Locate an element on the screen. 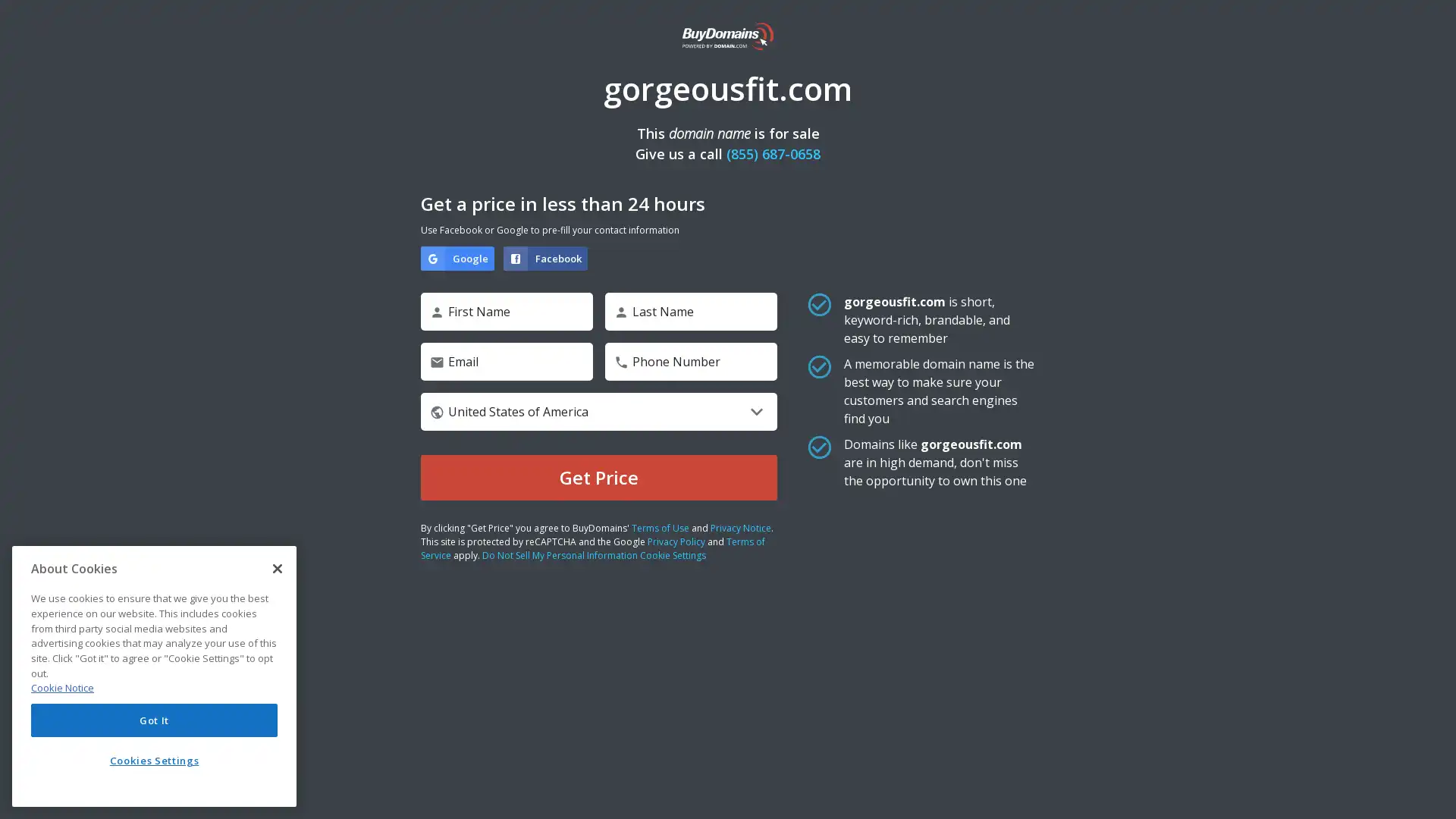 This screenshot has width=1456, height=819. Google is located at coordinates (457, 257).